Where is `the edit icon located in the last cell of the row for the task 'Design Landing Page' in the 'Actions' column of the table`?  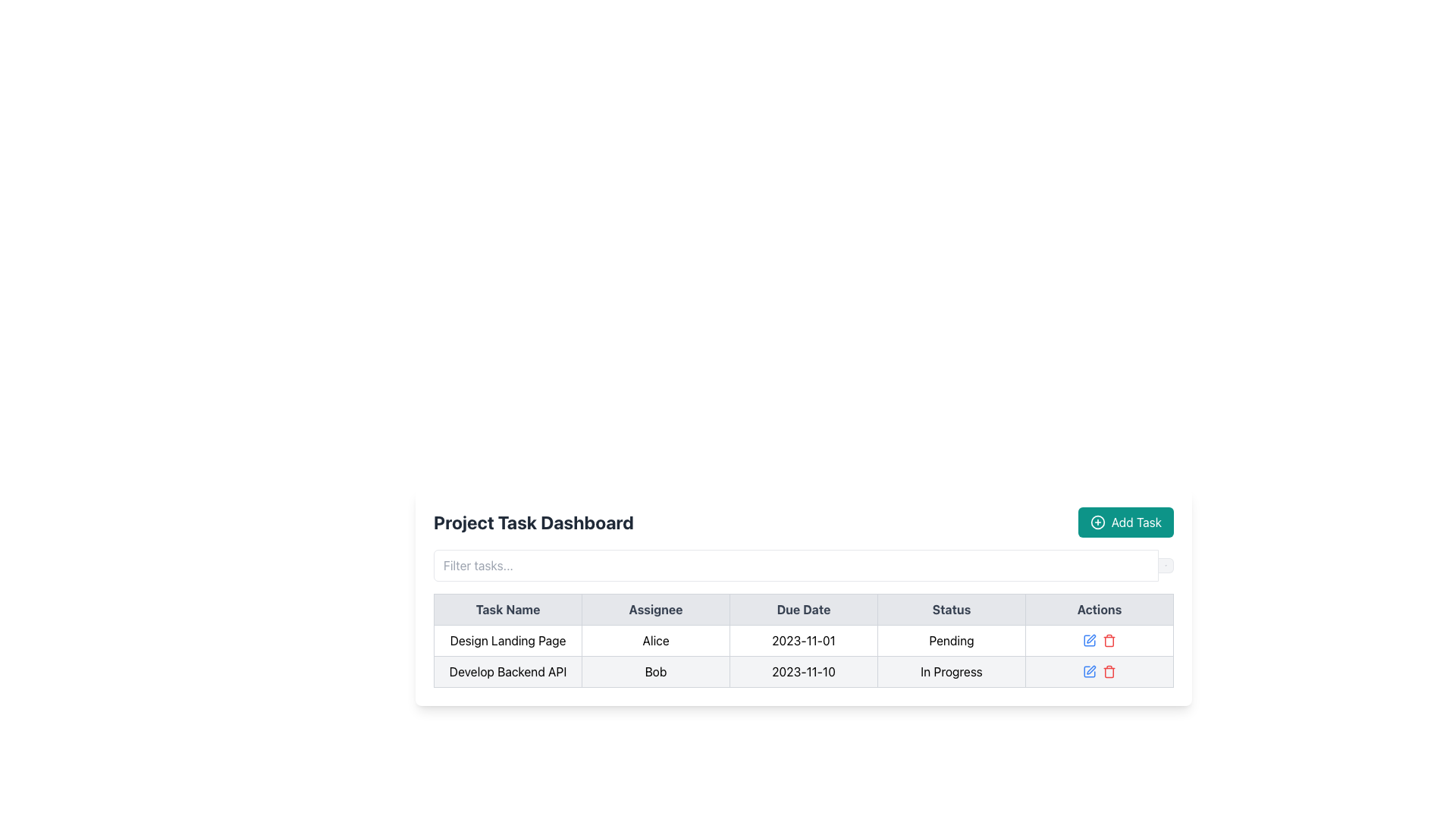 the edit icon located in the last cell of the row for the task 'Design Landing Page' in the 'Actions' column of the table is located at coordinates (1099, 640).